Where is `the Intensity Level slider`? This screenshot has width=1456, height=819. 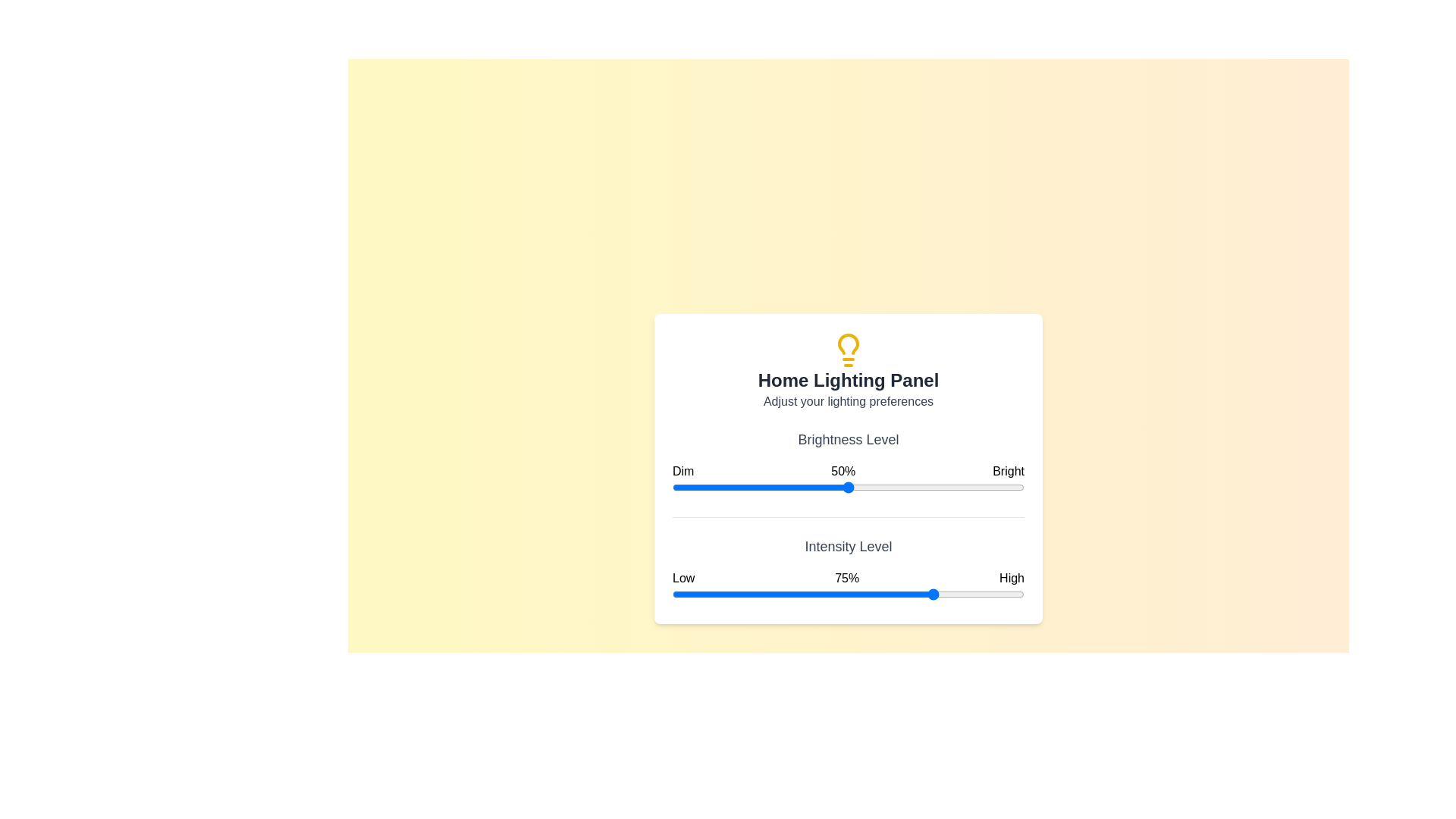 the Intensity Level slider is located at coordinates (890, 593).